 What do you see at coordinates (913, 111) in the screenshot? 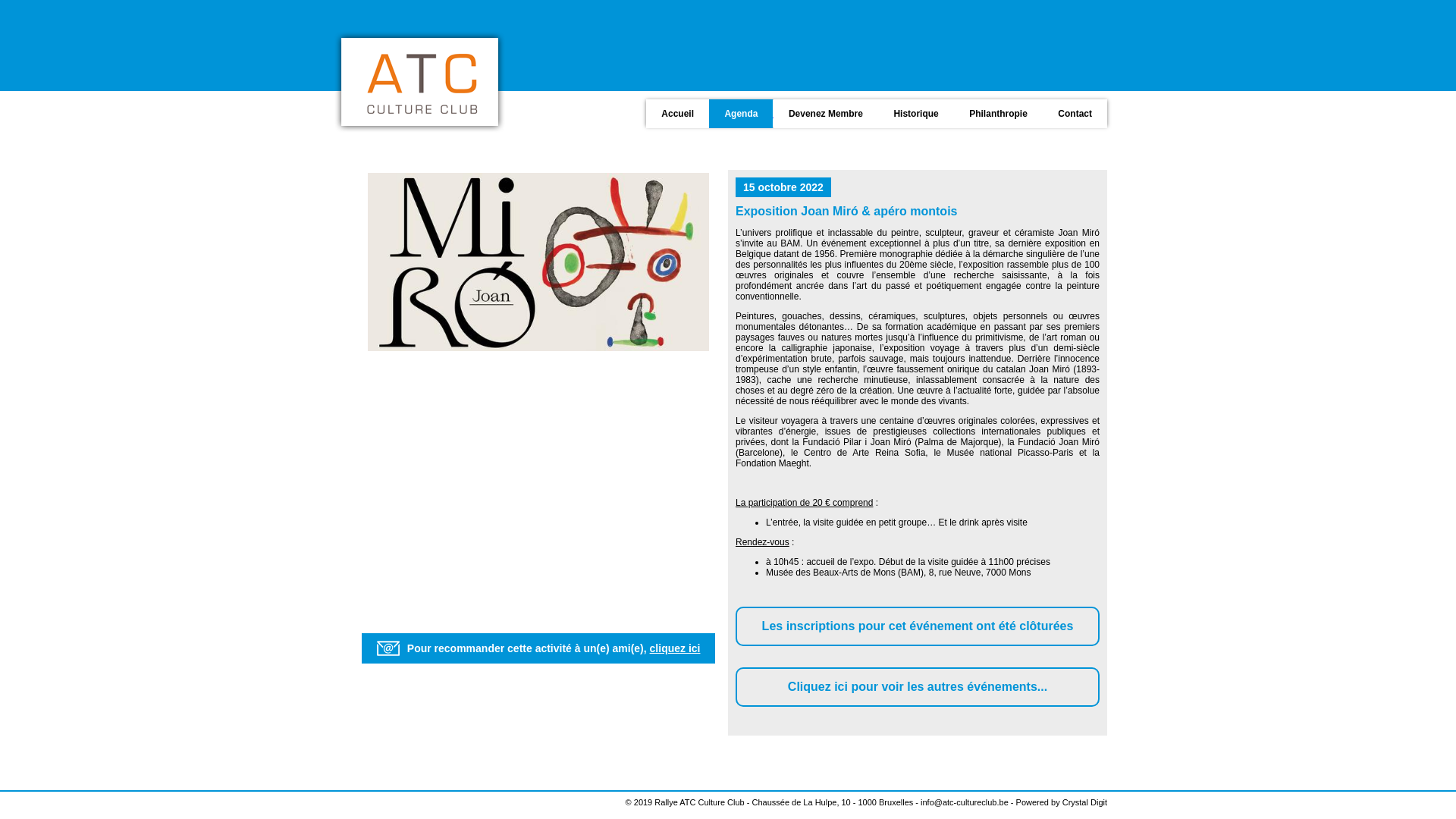
I see `'Historique'` at bounding box center [913, 111].